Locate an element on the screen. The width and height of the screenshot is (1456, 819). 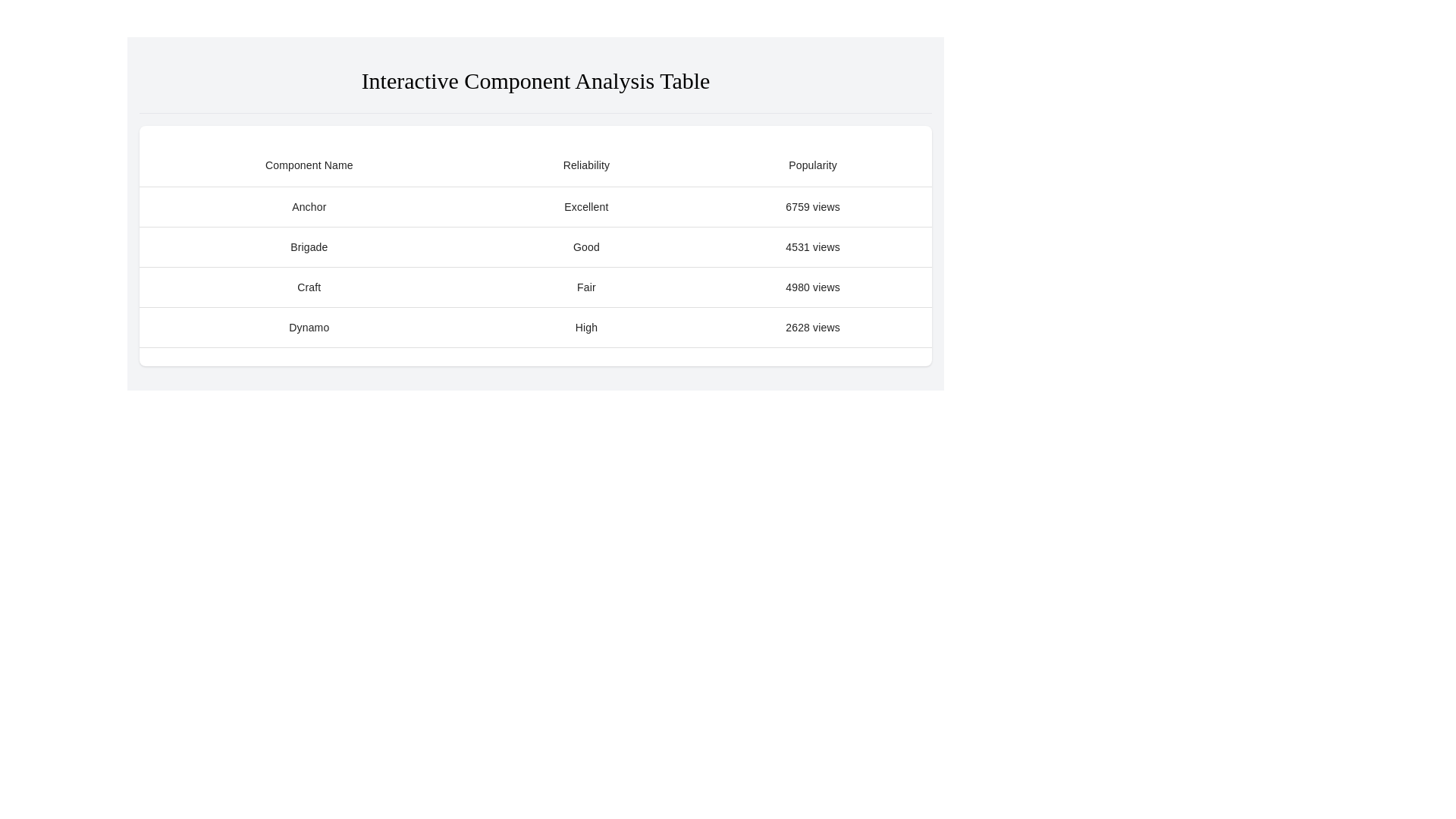
the first table cell displaying the name of a component or item, which is positioned centrally within the table row is located at coordinates (308, 287).